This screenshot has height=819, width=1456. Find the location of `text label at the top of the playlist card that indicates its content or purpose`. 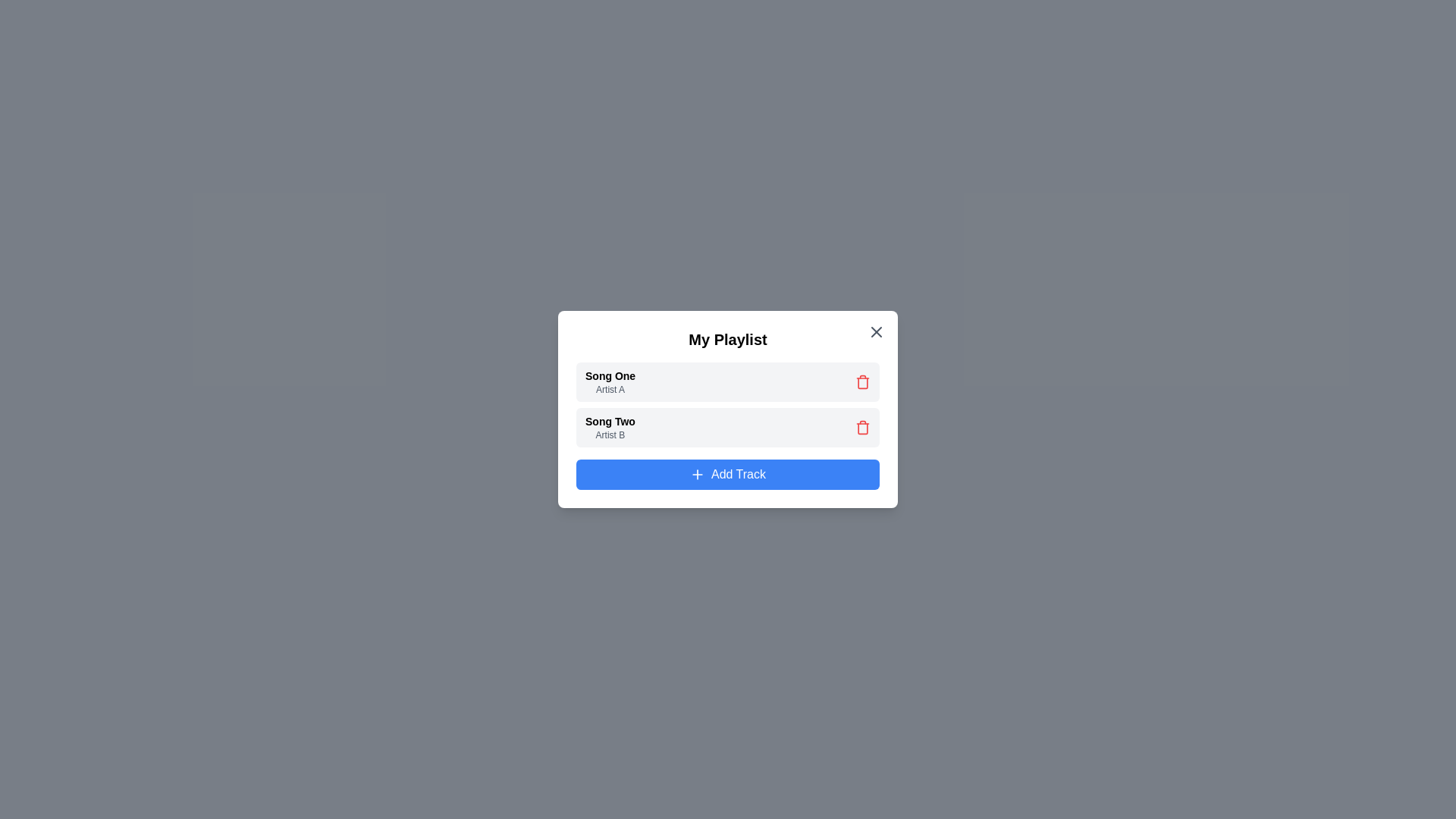

text label at the top of the playlist card that indicates its content or purpose is located at coordinates (728, 338).